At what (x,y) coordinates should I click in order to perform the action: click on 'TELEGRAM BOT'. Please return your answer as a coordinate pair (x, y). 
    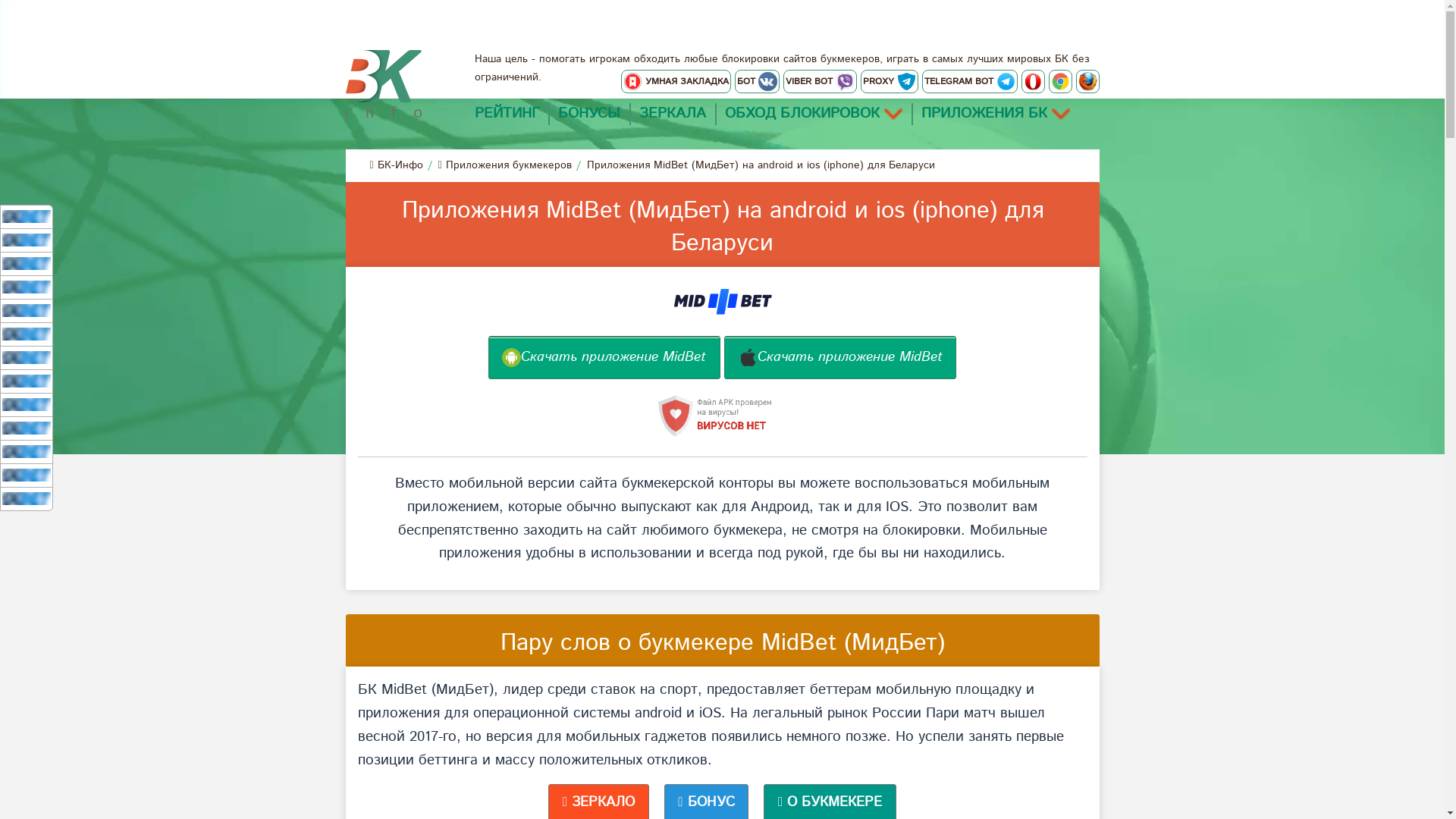
    Looking at the image, I should click on (968, 81).